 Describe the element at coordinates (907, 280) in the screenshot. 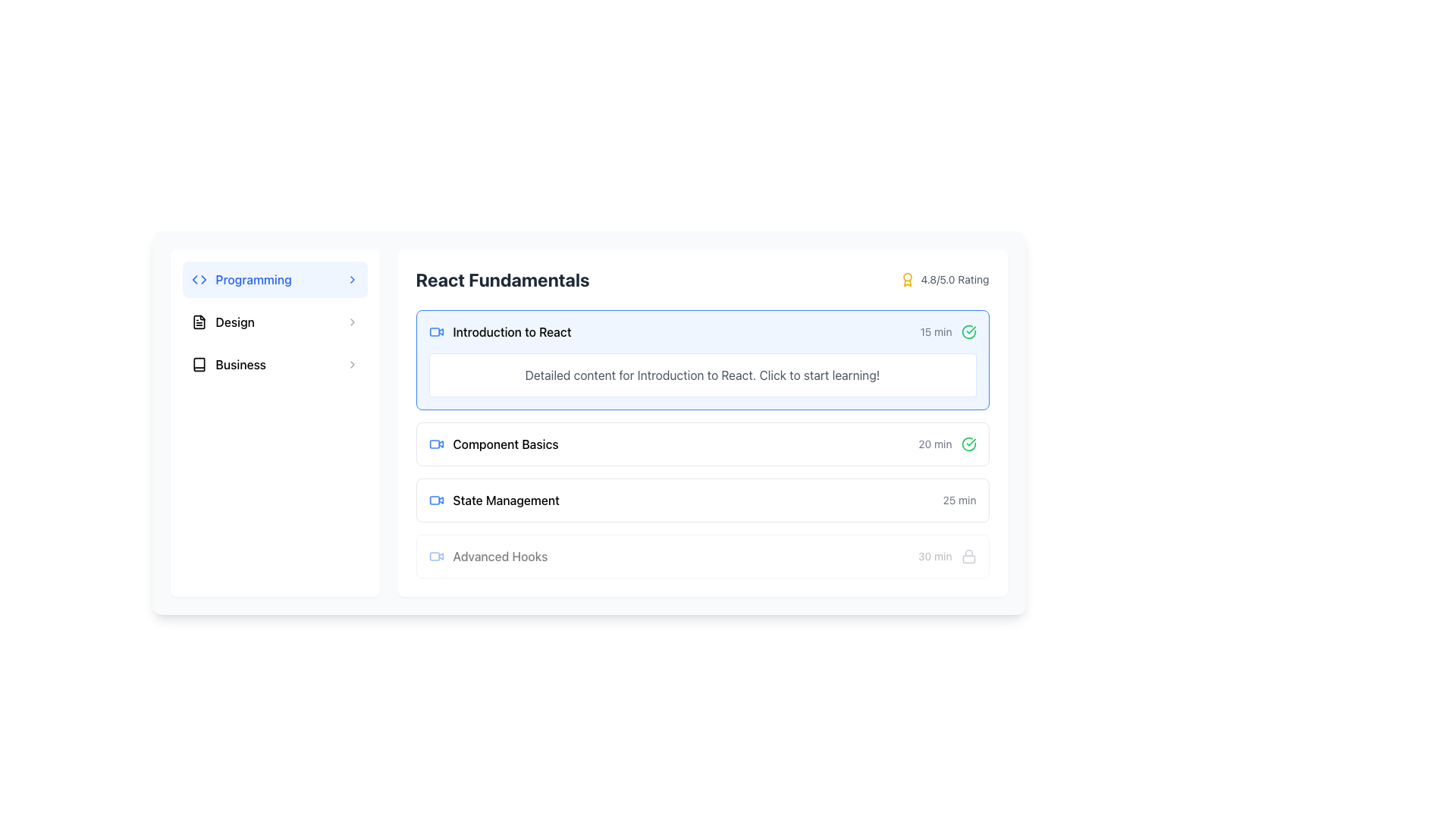

I see `the decorative award ribbon icon located to the left of the '4.8/5.0 Rating' text in the top right corner of the 'React Fundamentals' section` at that location.